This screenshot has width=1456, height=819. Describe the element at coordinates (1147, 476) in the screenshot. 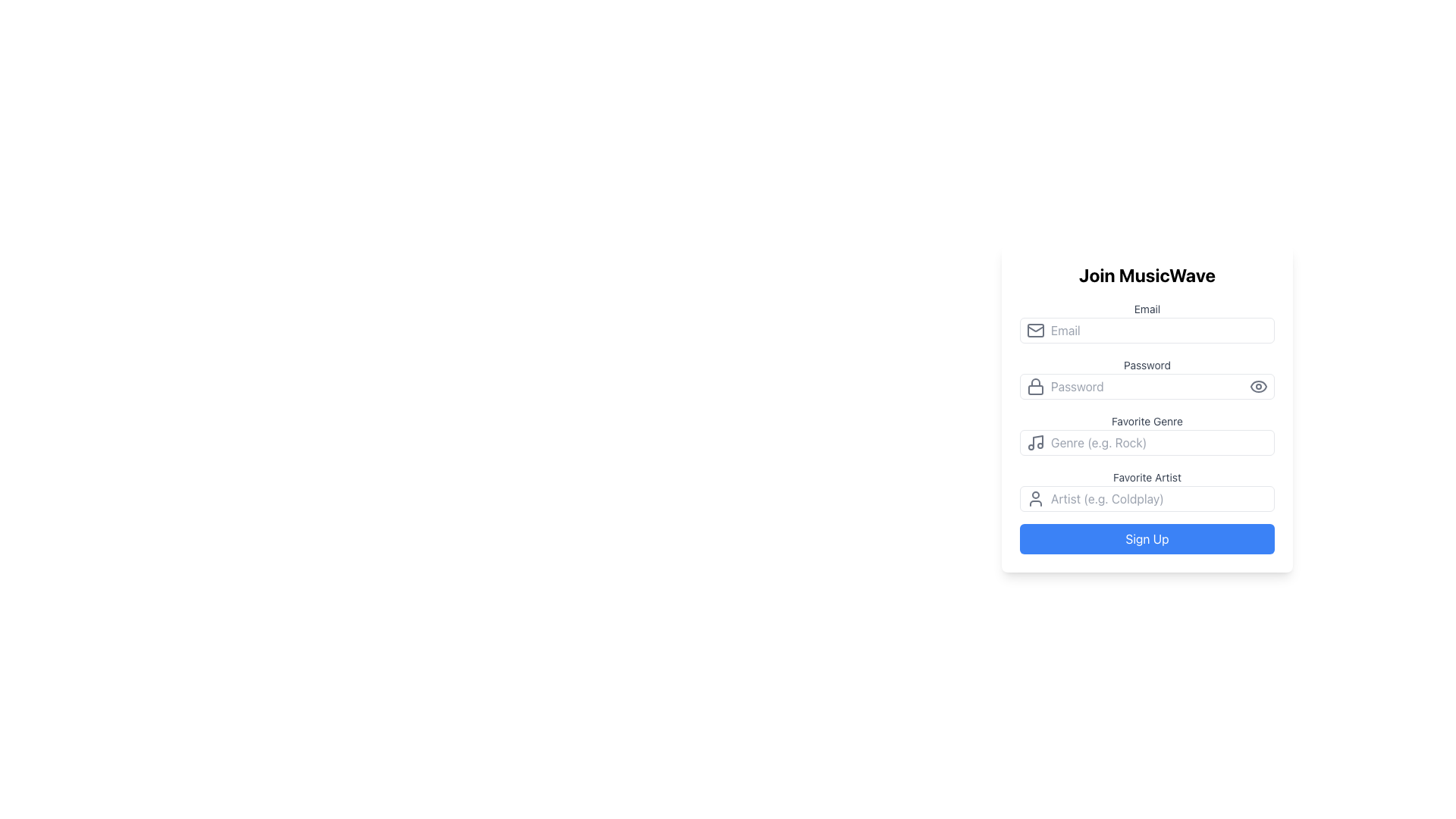

I see `the 'Favorite Artist' text label, which is a small gray text label located between the 'Favorite Genre' section and the 'Artist' input field` at that location.